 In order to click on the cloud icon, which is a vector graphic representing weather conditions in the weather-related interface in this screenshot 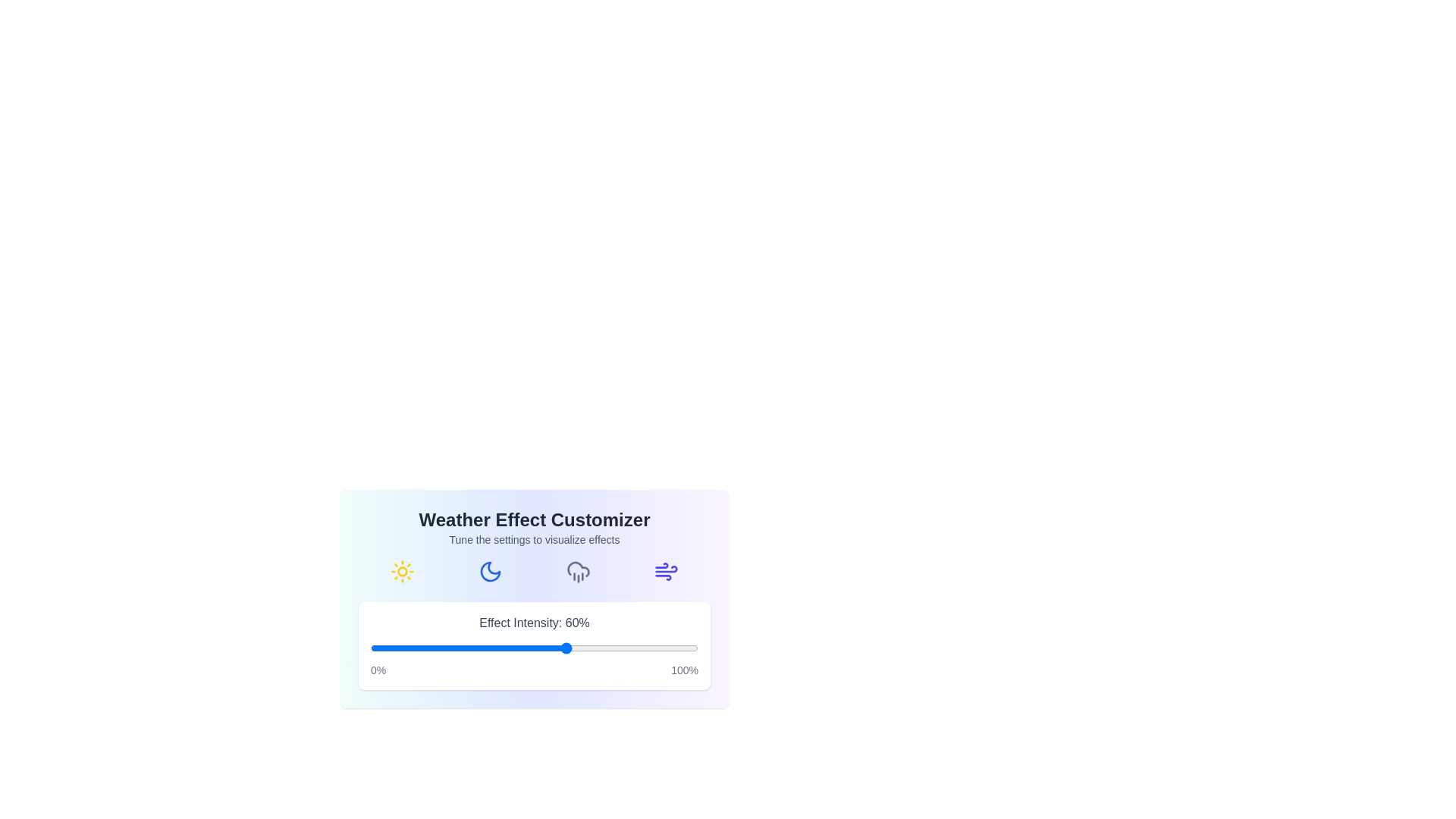, I will do `click(578, 569)`.